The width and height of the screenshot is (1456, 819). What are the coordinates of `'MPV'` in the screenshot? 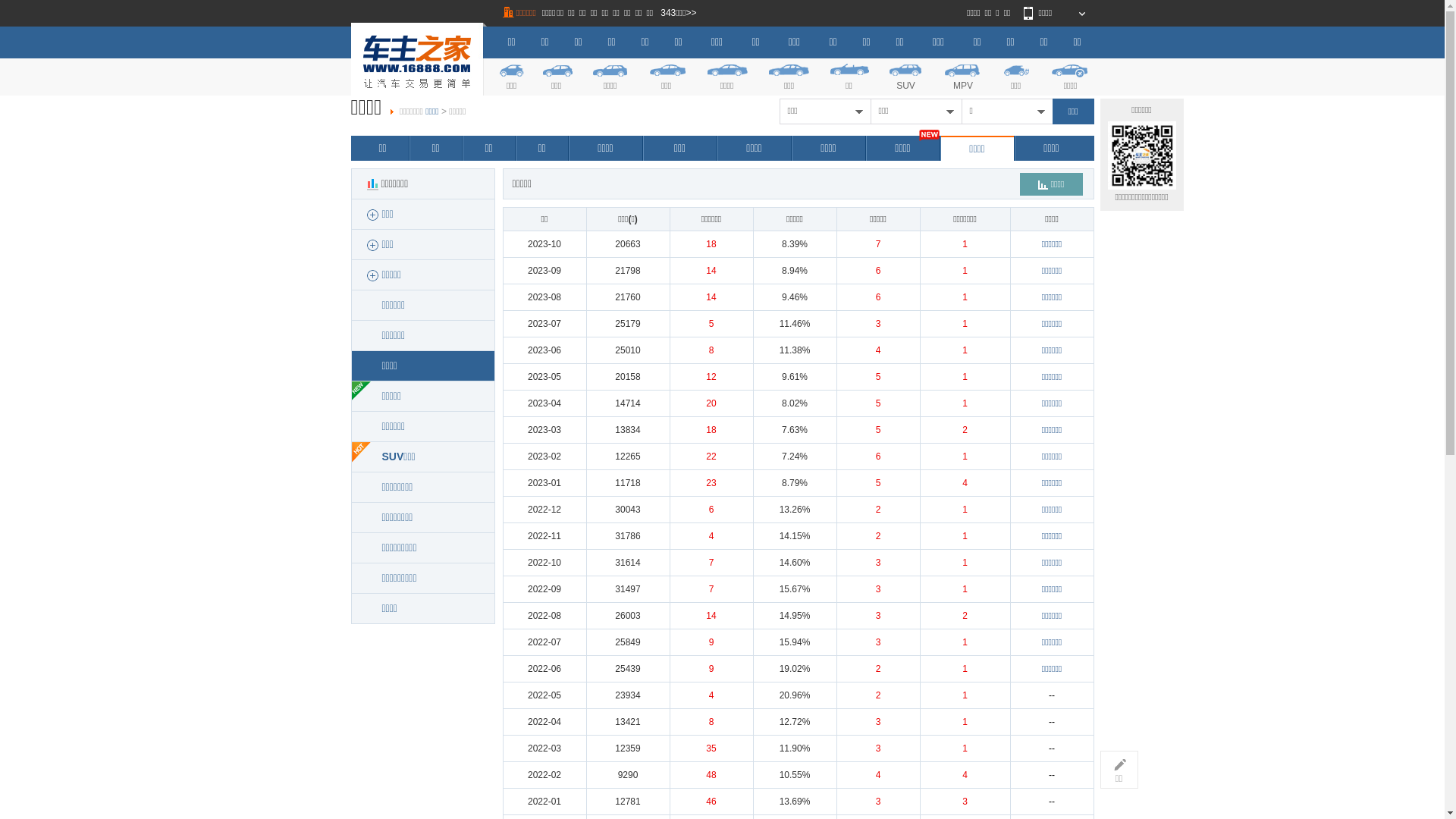 It's located at (962, 75).